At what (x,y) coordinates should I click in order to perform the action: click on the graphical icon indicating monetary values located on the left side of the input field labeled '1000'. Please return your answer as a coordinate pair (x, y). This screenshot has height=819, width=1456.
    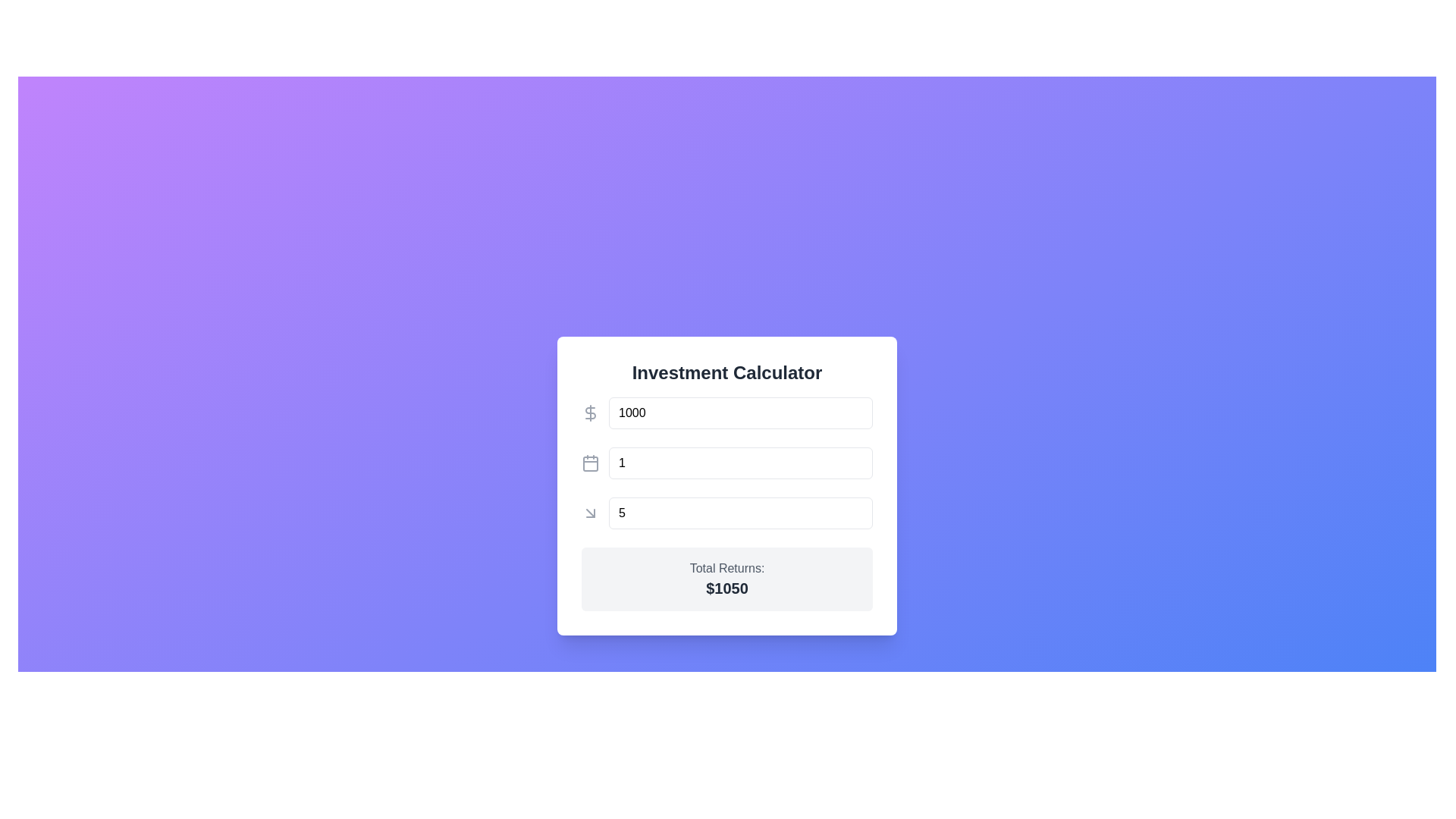
    Looking at the image, I should click on (589, 413).